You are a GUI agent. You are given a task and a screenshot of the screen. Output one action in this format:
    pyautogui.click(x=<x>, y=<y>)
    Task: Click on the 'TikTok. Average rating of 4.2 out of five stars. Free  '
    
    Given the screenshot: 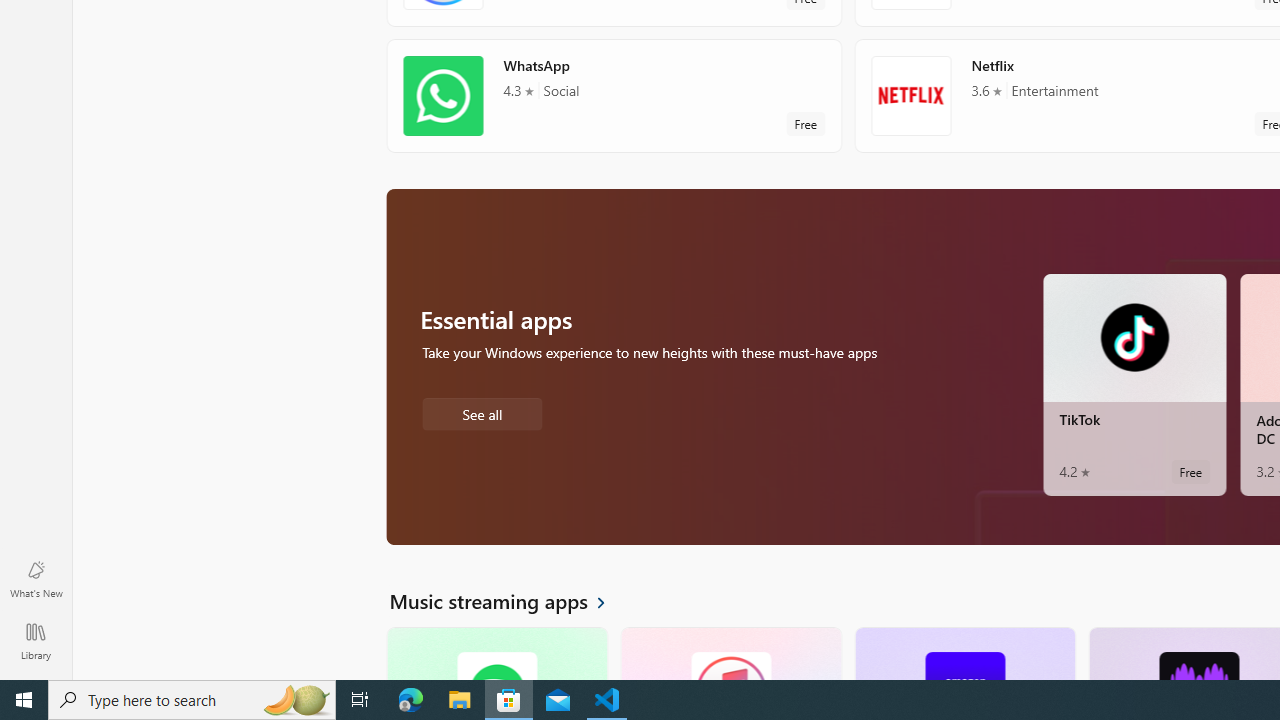 What is the action you would take?
    pyautogui.click(x=1134, y=384)
    